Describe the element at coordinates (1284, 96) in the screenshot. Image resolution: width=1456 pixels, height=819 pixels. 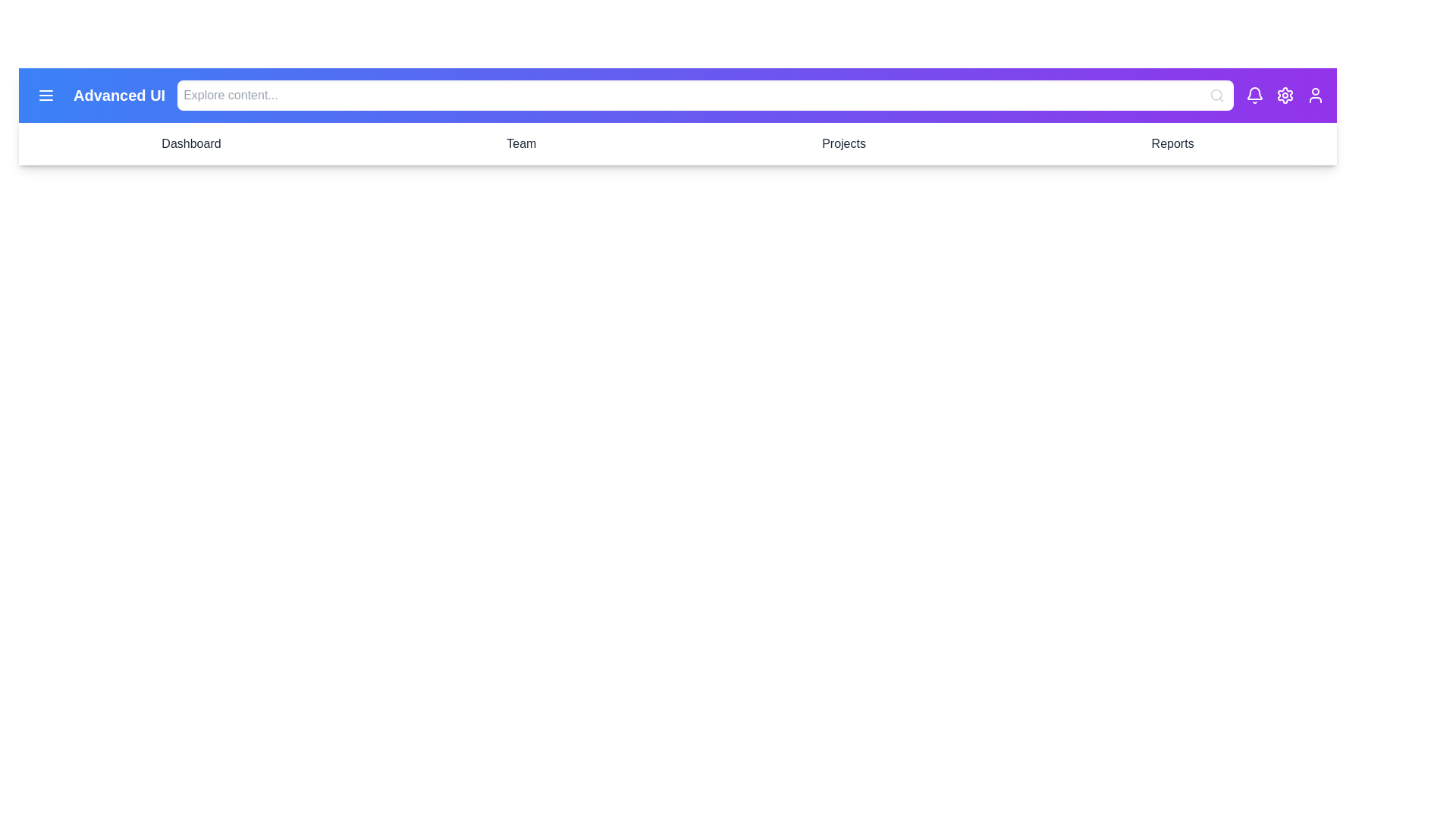
I see `the settings gear icon` at that location.